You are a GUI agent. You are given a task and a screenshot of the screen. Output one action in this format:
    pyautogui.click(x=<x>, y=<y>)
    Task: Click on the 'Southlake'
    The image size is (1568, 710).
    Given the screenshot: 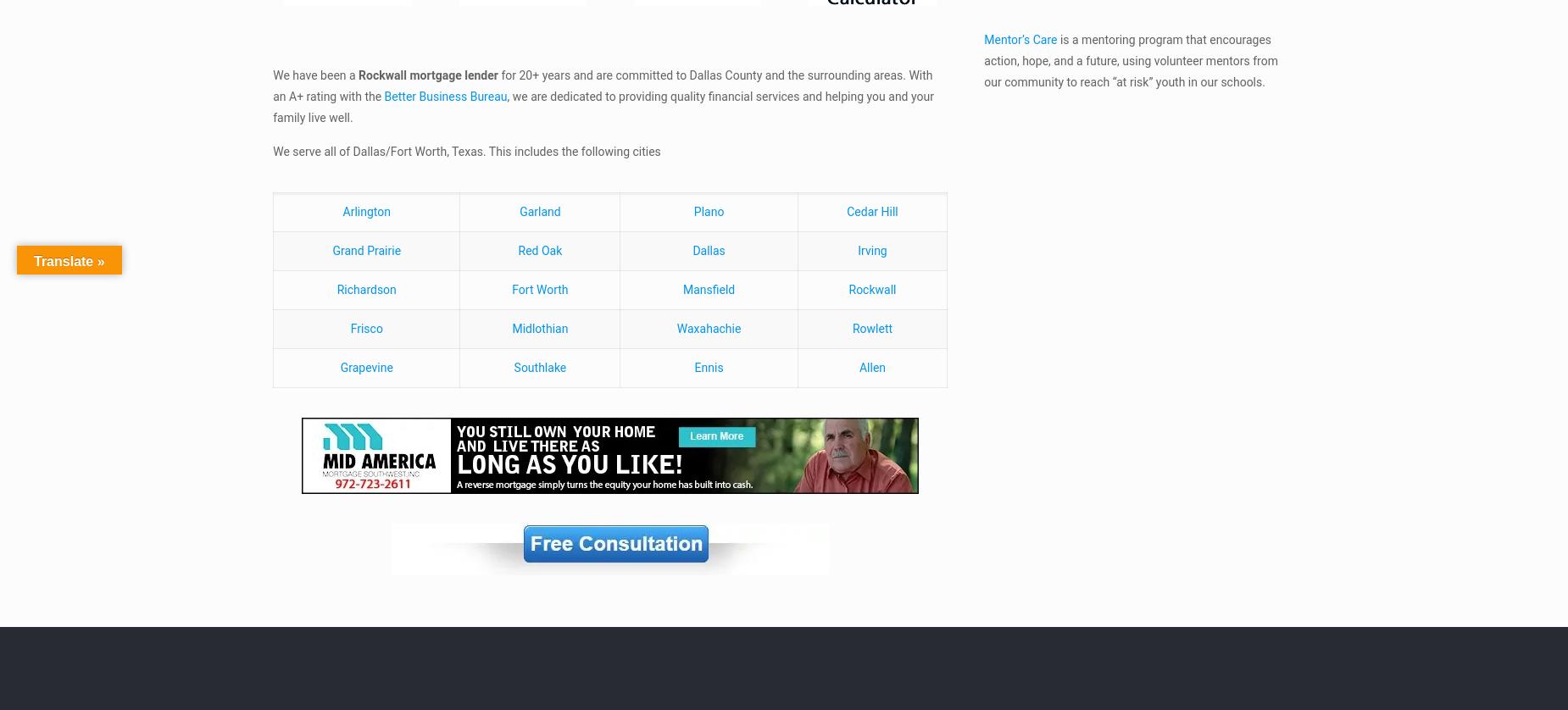 What is the action you would take?
    pyautogui.click(x=539, y=366)
    